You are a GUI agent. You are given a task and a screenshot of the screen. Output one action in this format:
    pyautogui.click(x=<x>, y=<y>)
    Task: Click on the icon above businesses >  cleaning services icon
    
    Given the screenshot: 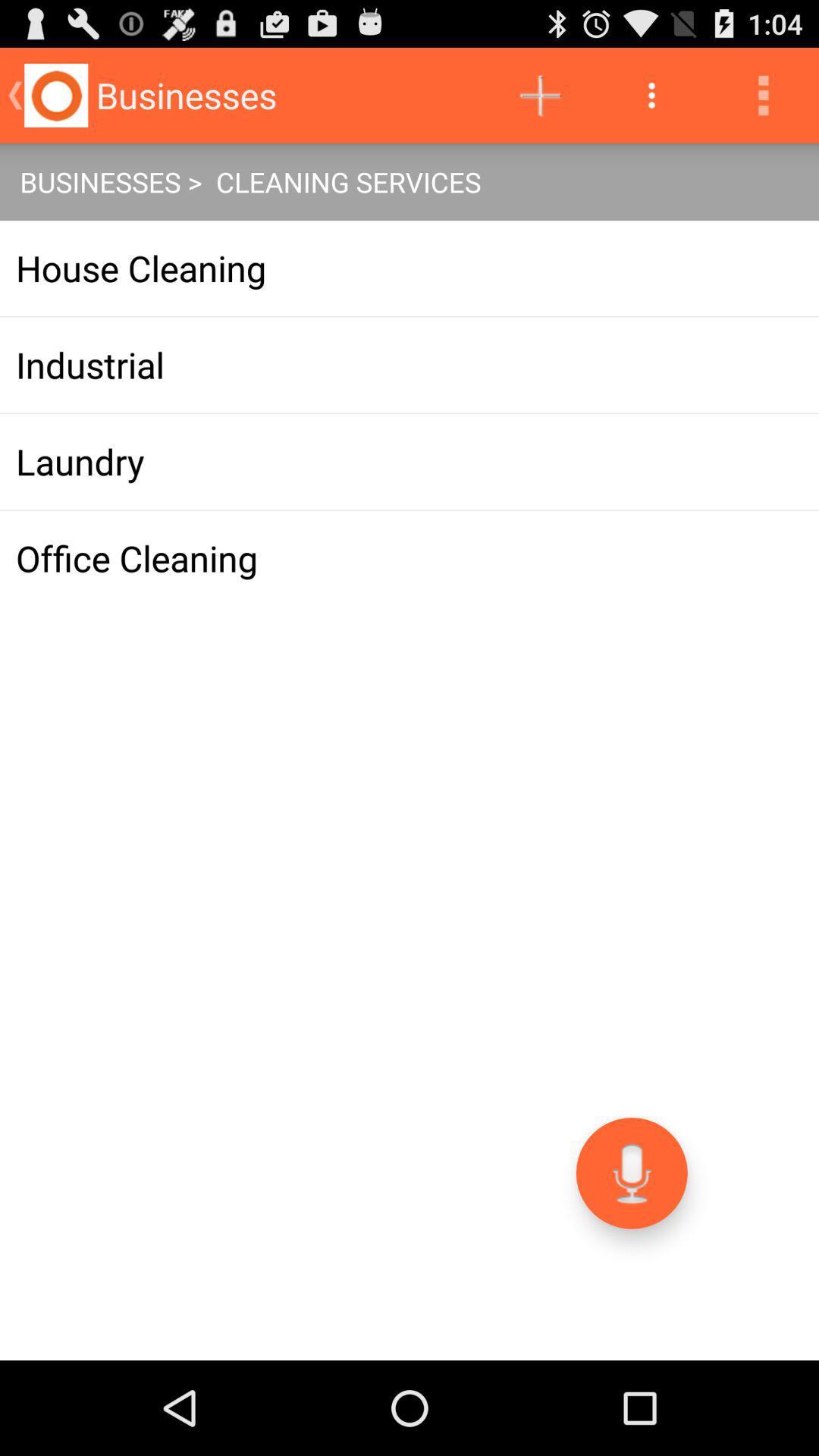 What is the action you would take?
    pyautogui.click(x=539, y=94)
    